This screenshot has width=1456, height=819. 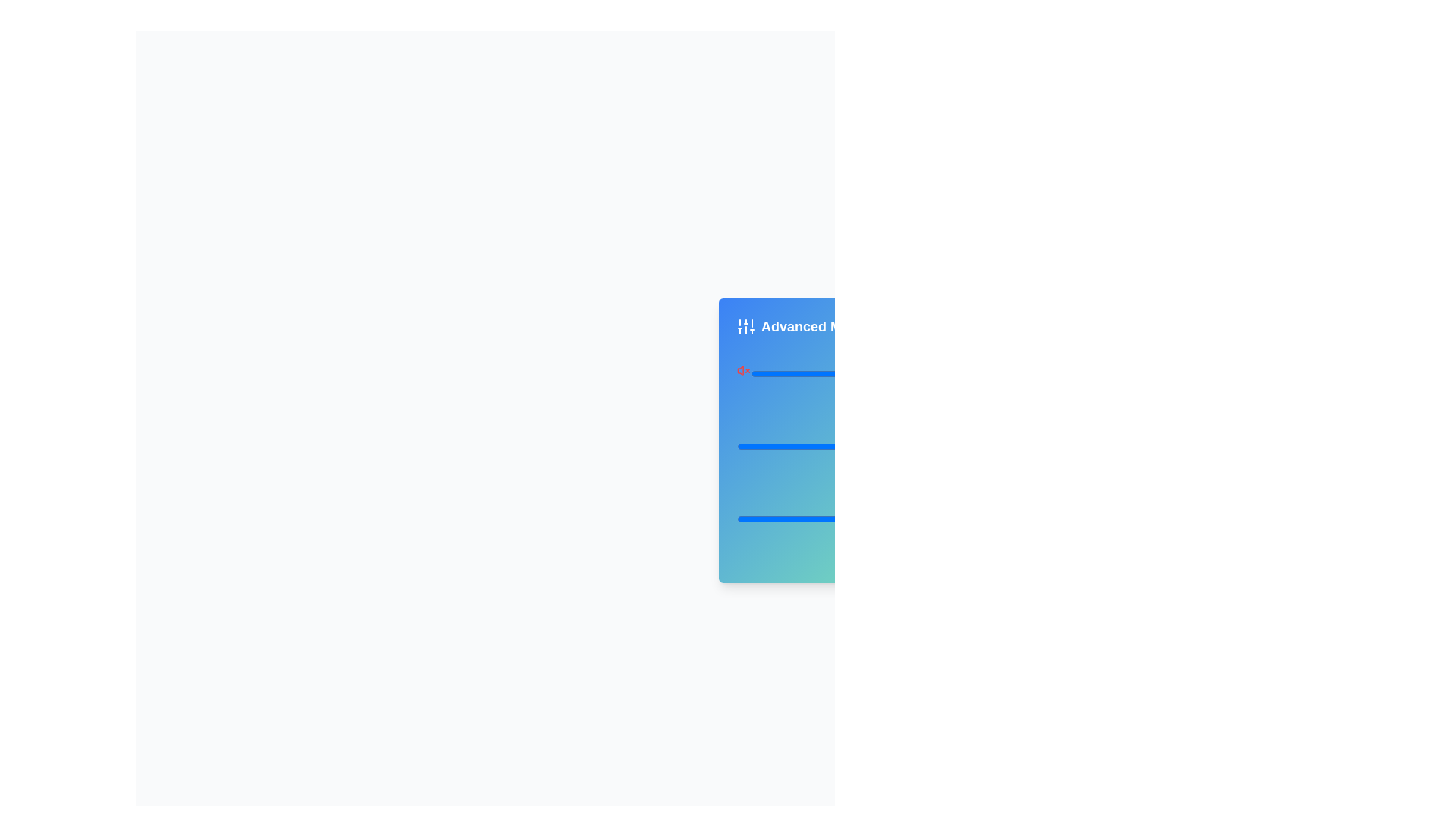 I want to click on the slider, so click(x=836, y=374).